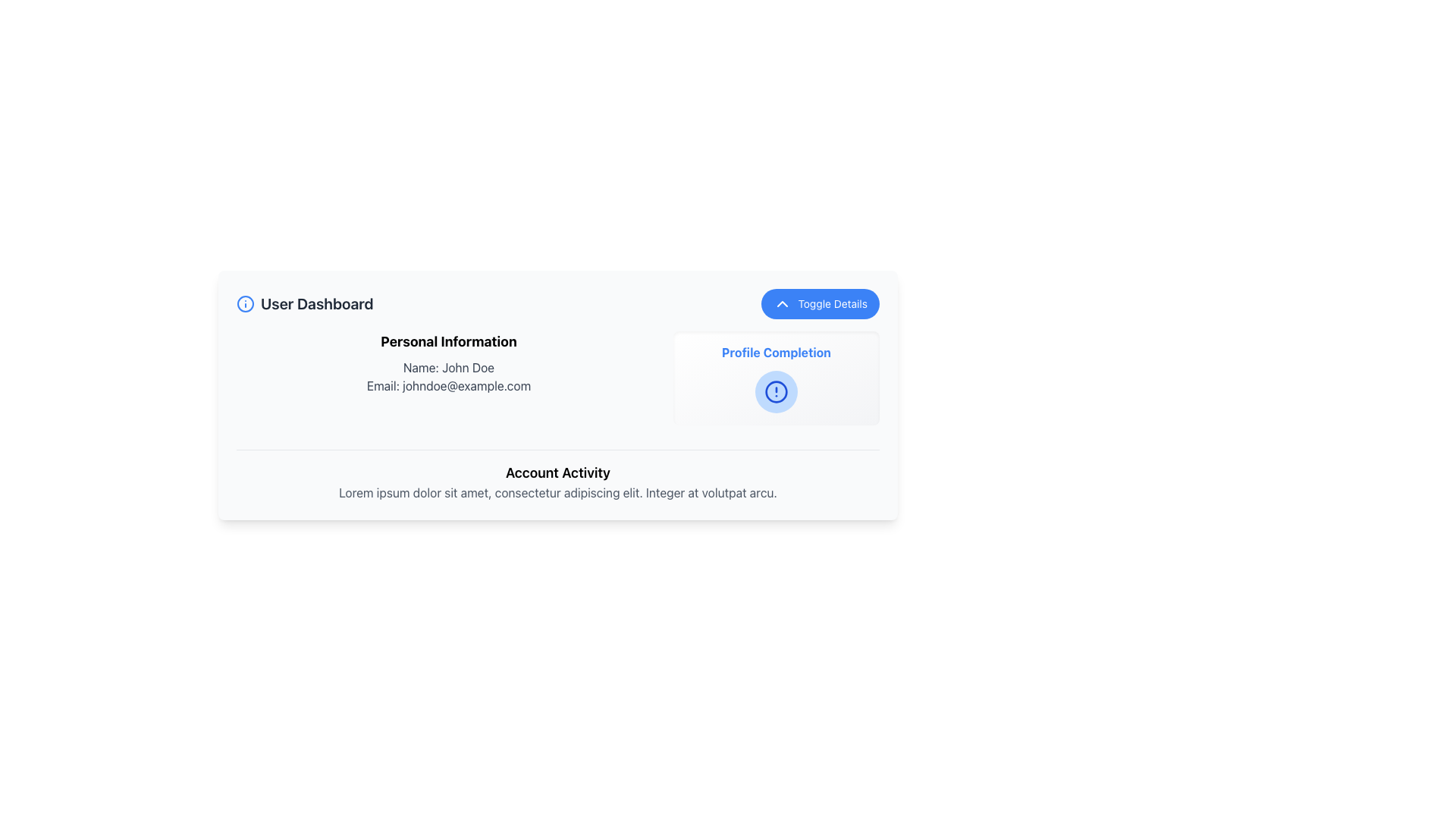  Describe the element at coordinates (447, 342) in the screenshot. I see `text element displaying 'Personal Information', which is styled as a heading in bold black font and located at the top of the 'Personal Information' section` at that location.